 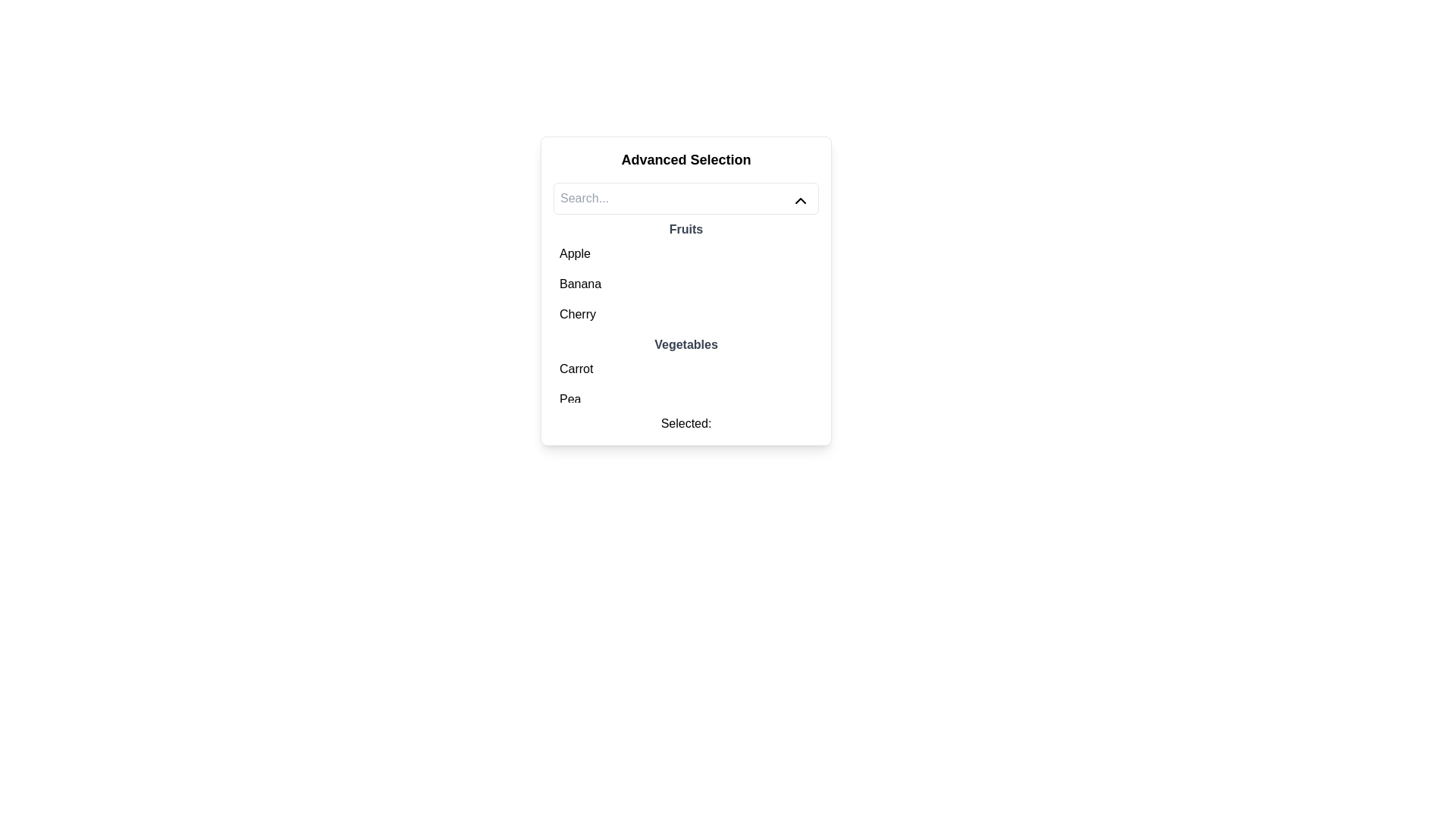 I want to click on the 'Vegetables' label in the selection menu, which is styled in gray with bold font and serves as a category header, so click(x=686, y=345).